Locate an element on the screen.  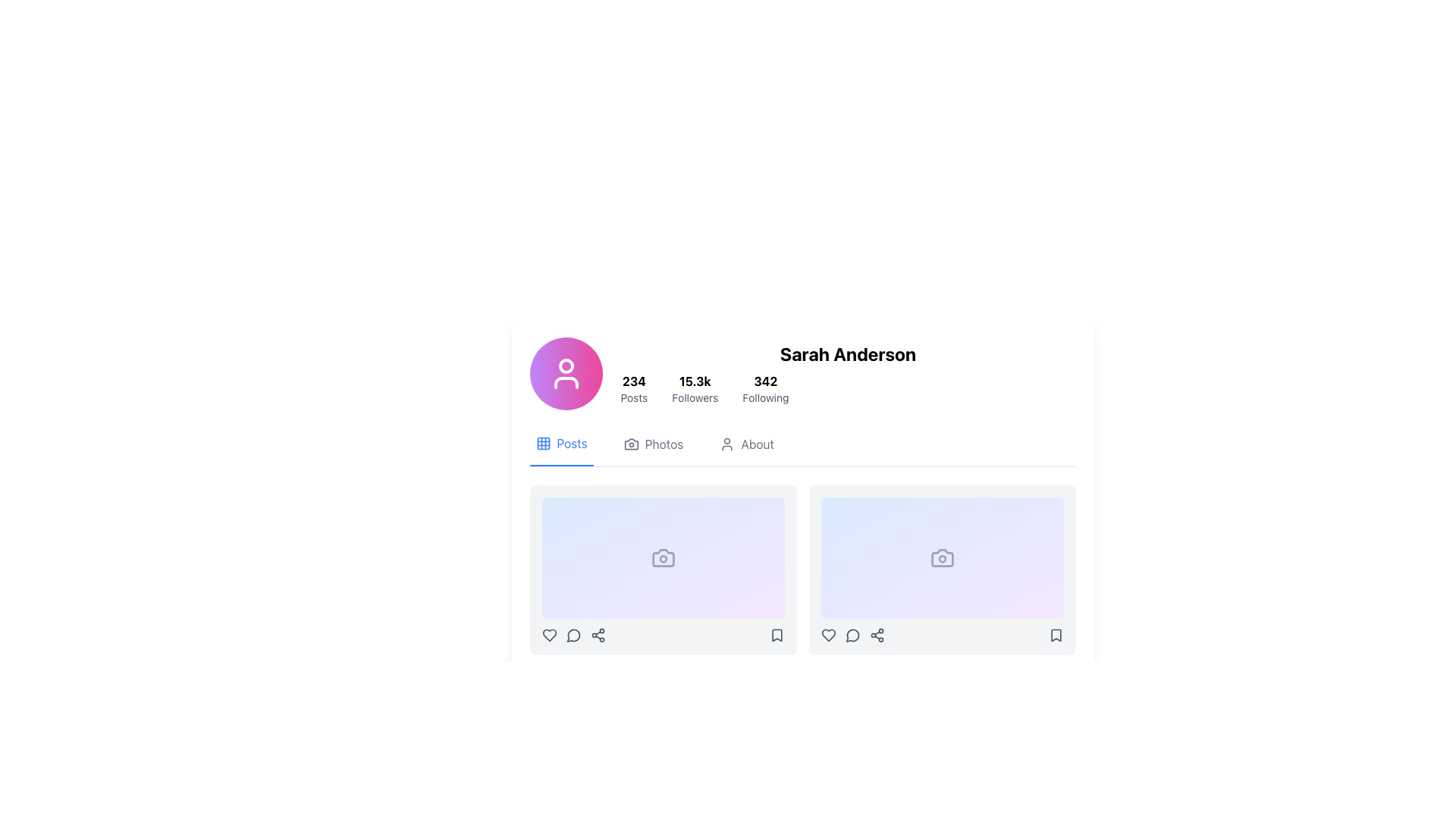
the text label displaying 'Sarah Anderson', which is in bold black text and located in the profile header section above the statistics for 'Posts', 'Followers', and 'Following' is located at coordinates (847, 353).